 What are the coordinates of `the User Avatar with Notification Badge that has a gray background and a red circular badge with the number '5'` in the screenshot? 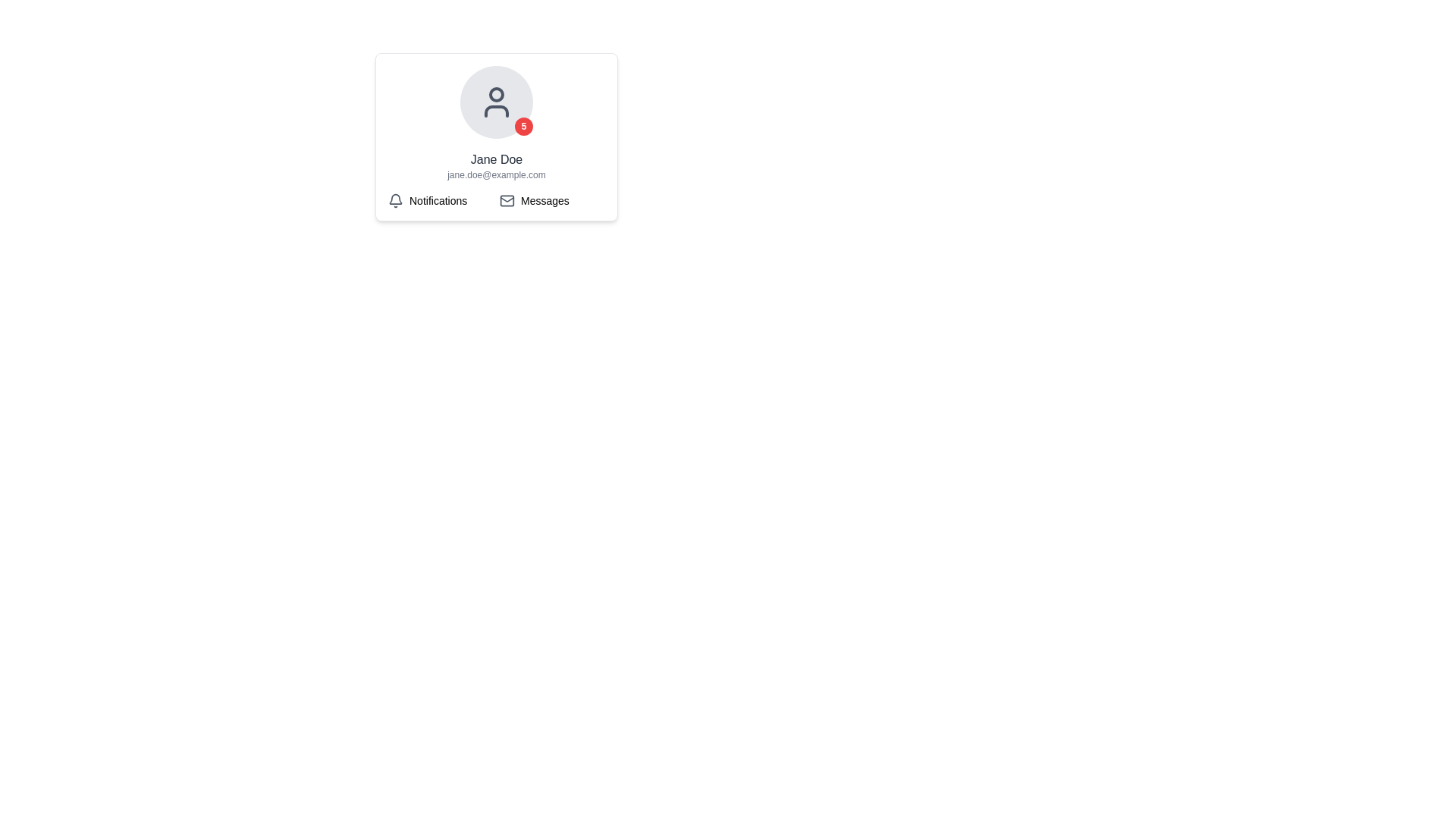 It's located at (496, 102).